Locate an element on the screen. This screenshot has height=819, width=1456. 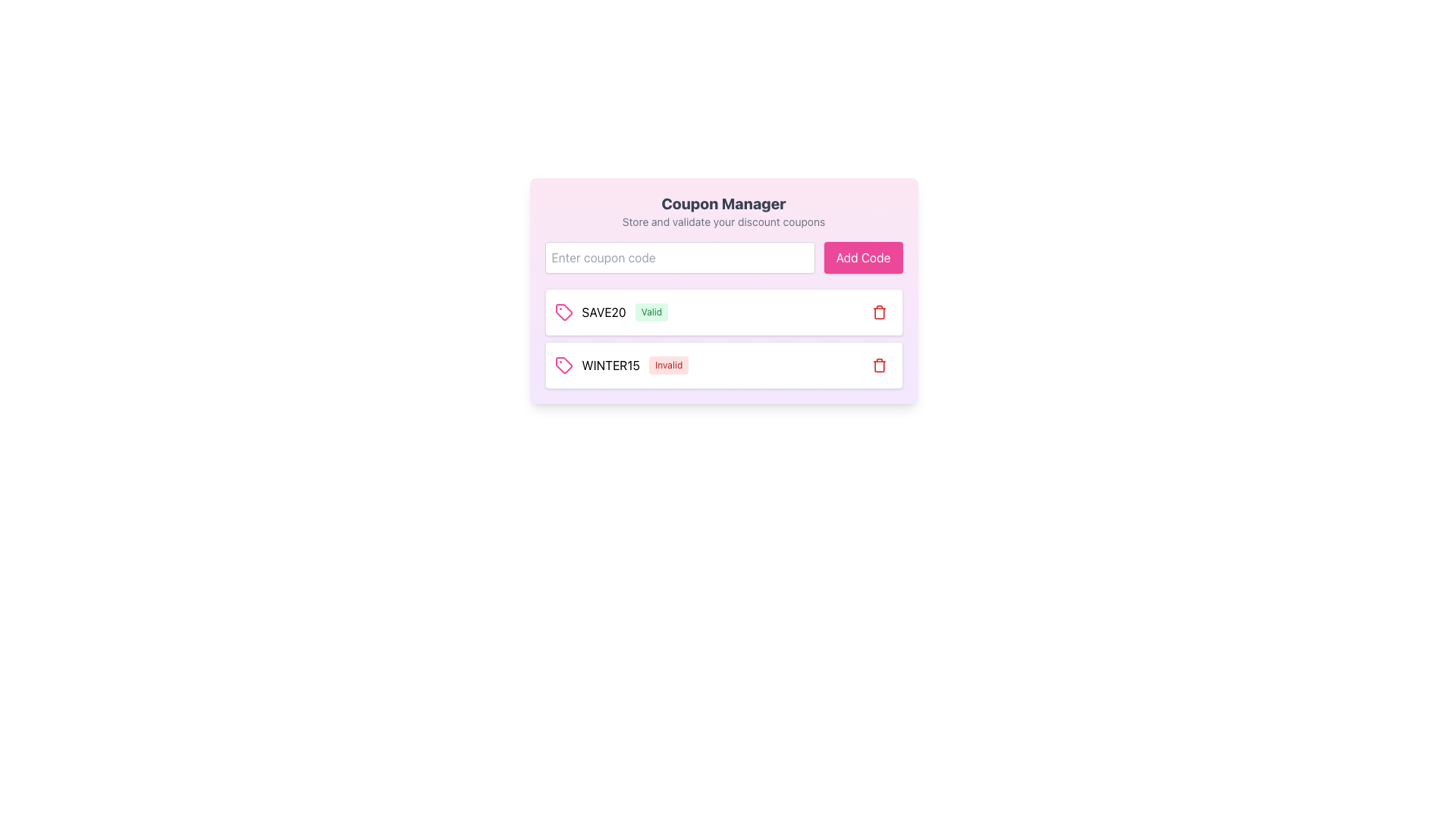
the coupon entry element displaying the text 'SAVE20' in bold black font and a green badge with the text 'Valid' is located at coordinates (611, 312).